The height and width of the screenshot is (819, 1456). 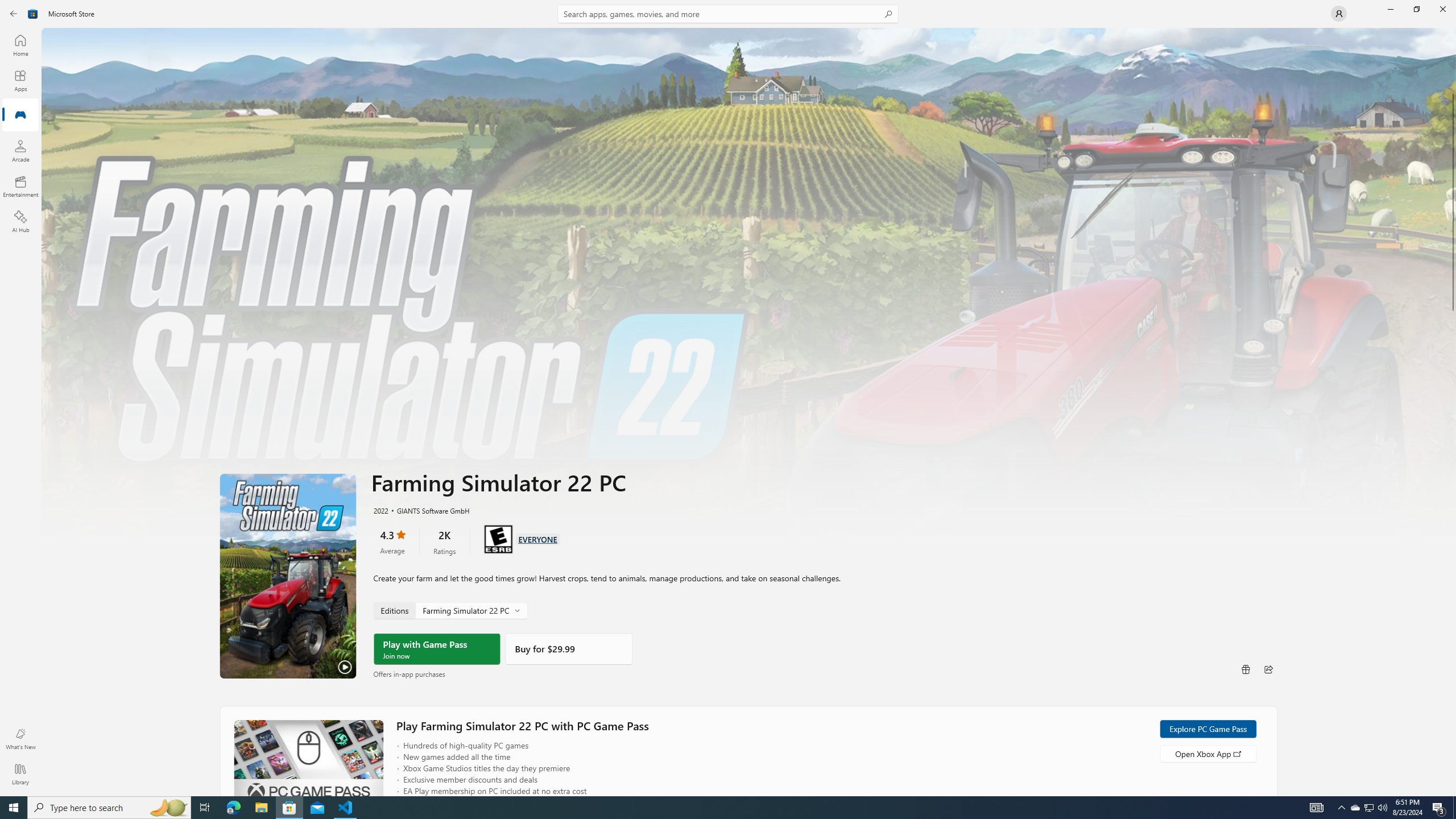 I want to click on 'Buy', so click(x=568, y=649).